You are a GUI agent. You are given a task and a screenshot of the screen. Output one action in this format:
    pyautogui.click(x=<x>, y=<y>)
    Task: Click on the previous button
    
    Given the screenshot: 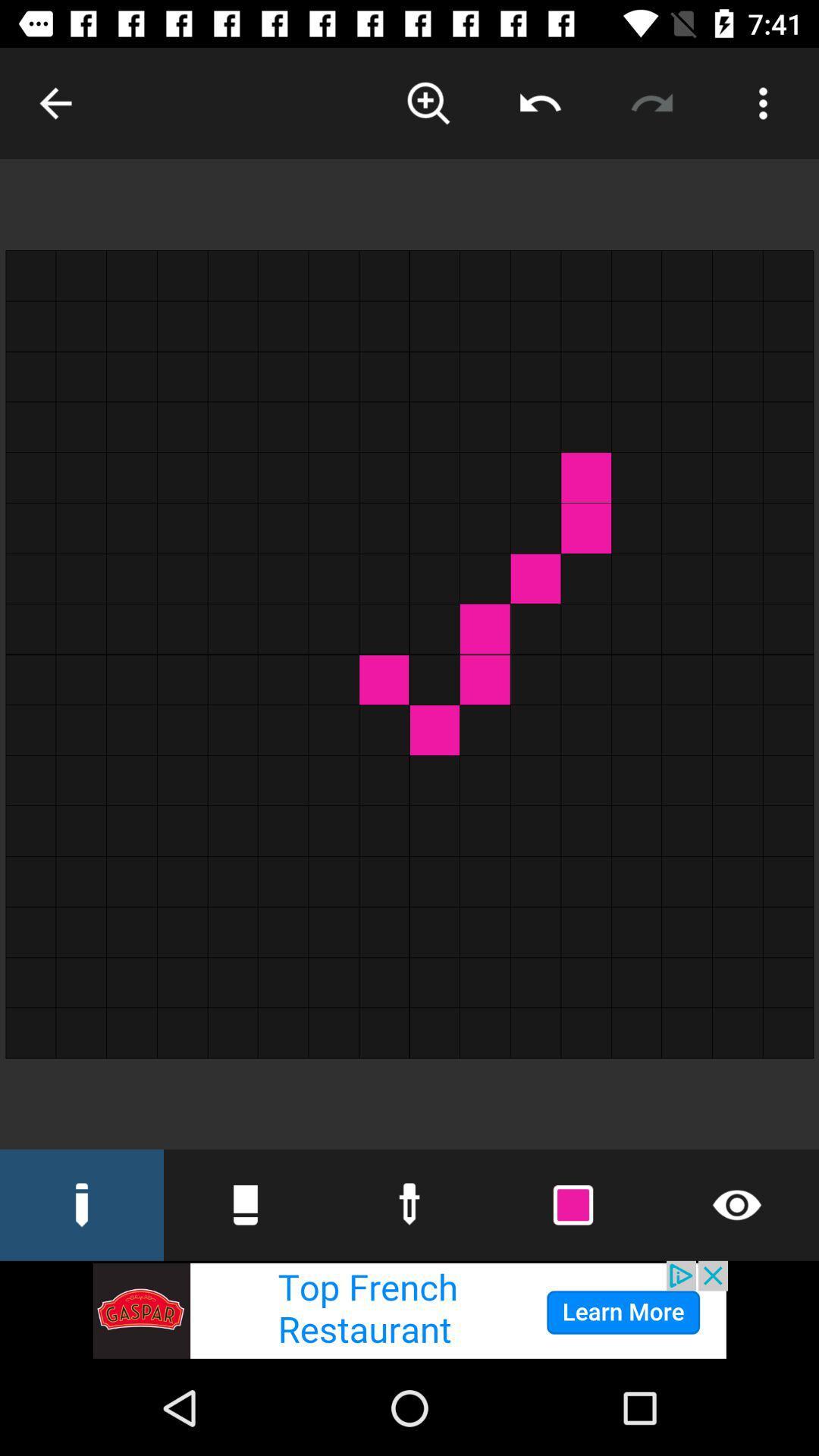 What is the action you would take?
    pyautogui.click(x=539, y=102)
    